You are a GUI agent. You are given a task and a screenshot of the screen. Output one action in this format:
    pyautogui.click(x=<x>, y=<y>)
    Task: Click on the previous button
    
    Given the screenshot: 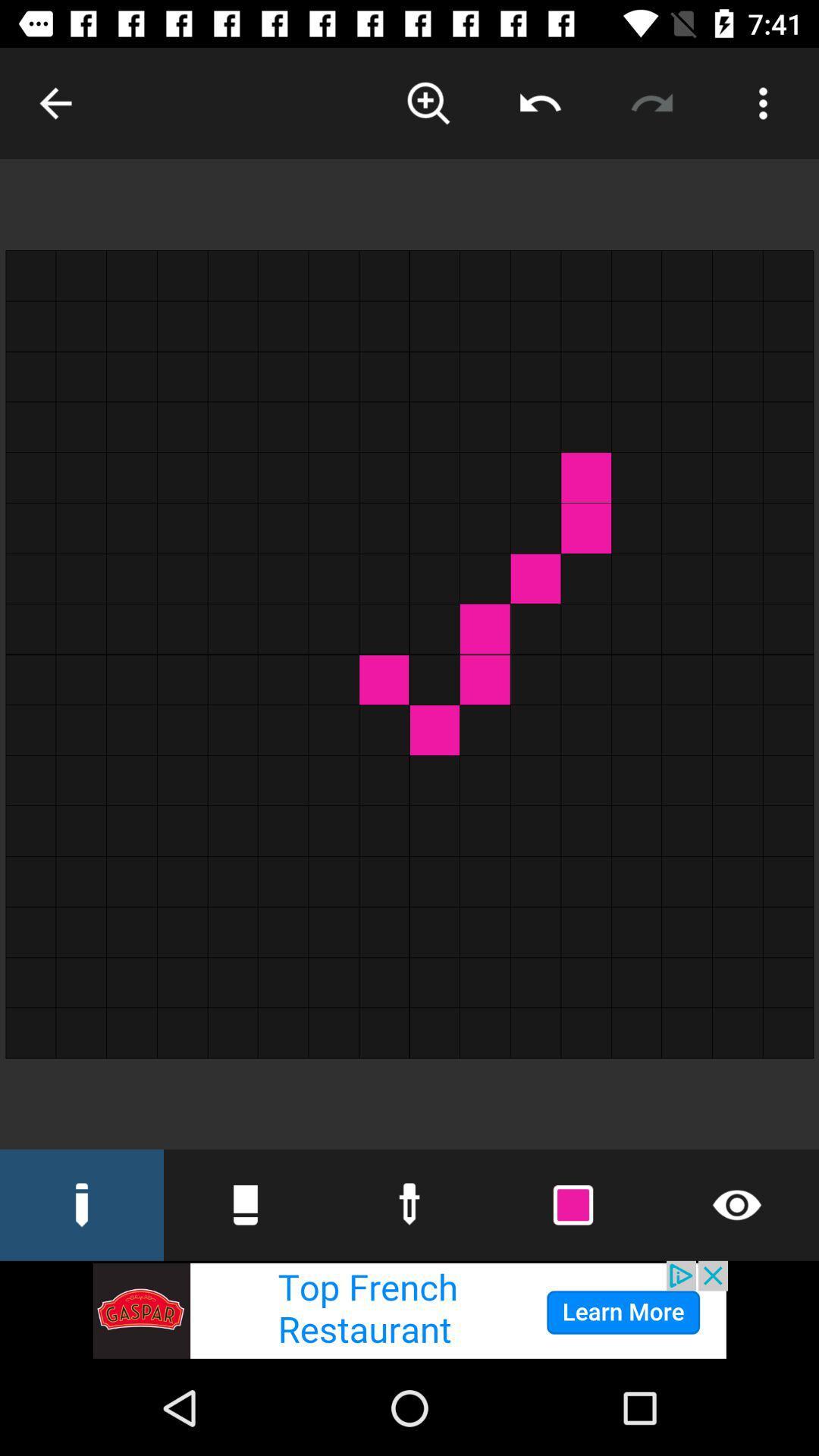 What is the action you would take?
    pyautogui.click(x=539, y=102)
    